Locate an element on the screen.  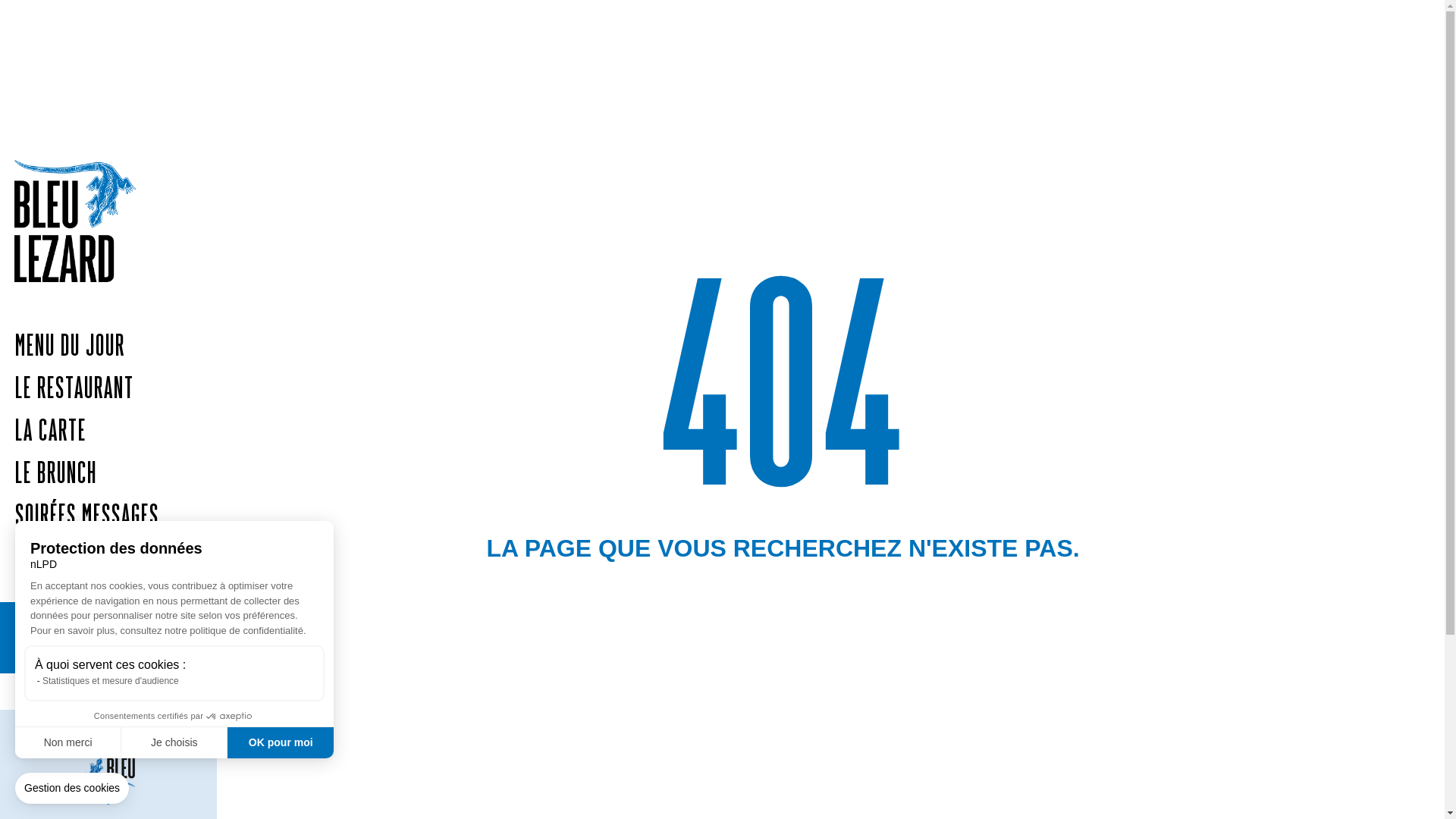
'LE RESTAURANT' is located at coordinates (0, 390).